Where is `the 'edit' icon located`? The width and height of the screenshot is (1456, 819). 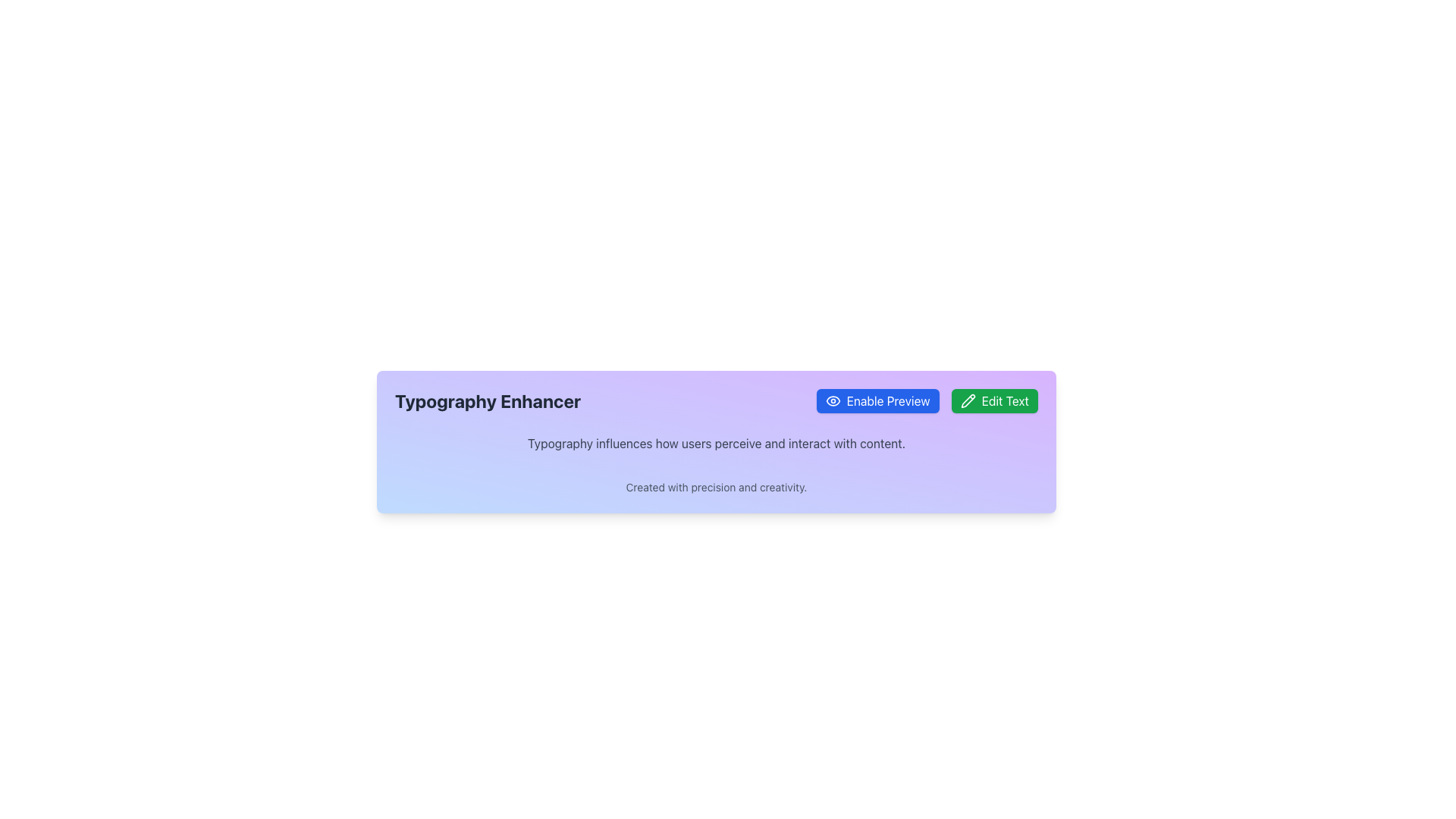
the 'edit' icon located is located at coordinates (967, 400).